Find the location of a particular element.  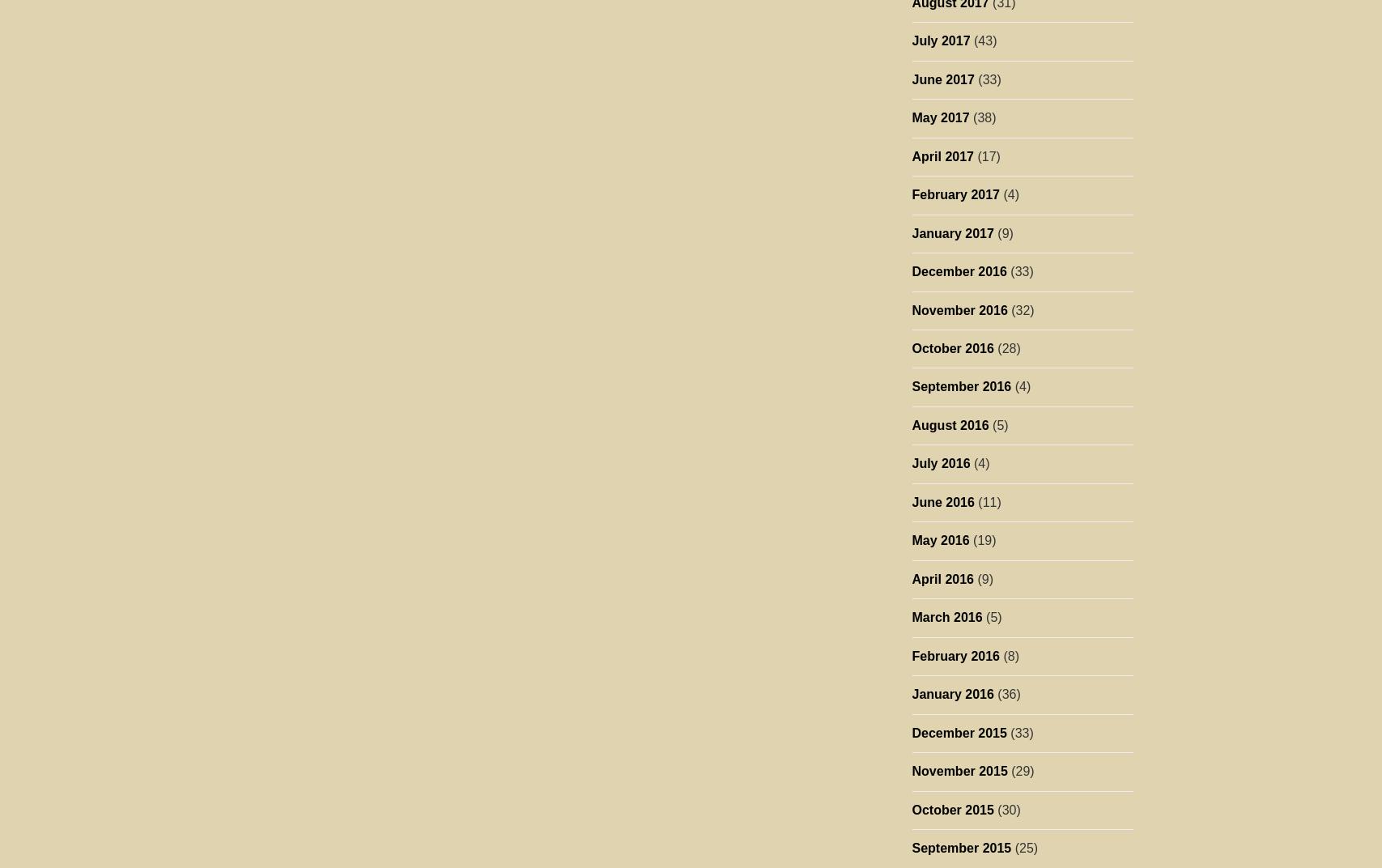

'November 2015' is located at coordinates (910, 770).